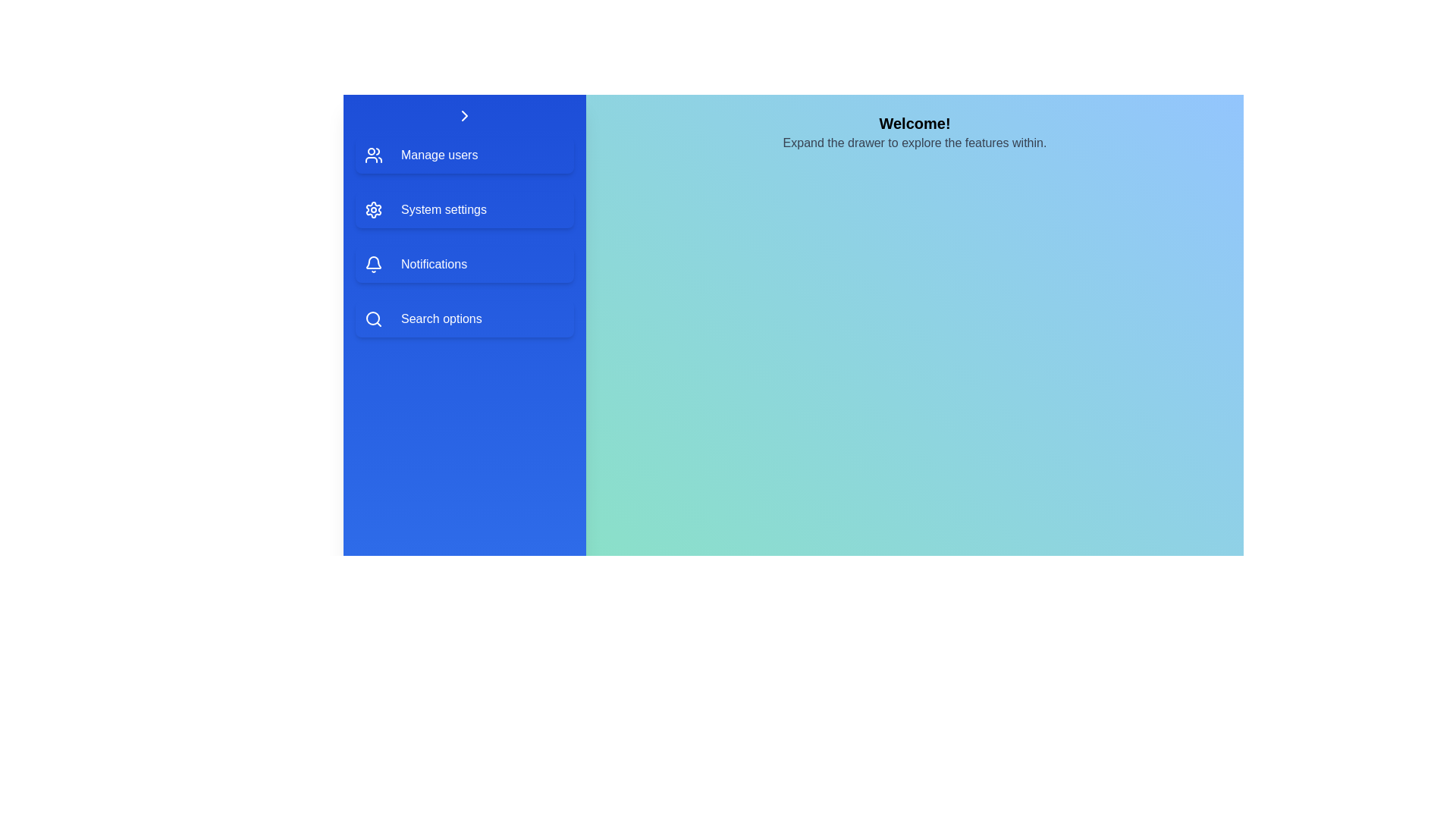  Describe the element at coordinates (464, 155) in the screenshot. I see `the menu item Manage users to preview its interaction` at that location.